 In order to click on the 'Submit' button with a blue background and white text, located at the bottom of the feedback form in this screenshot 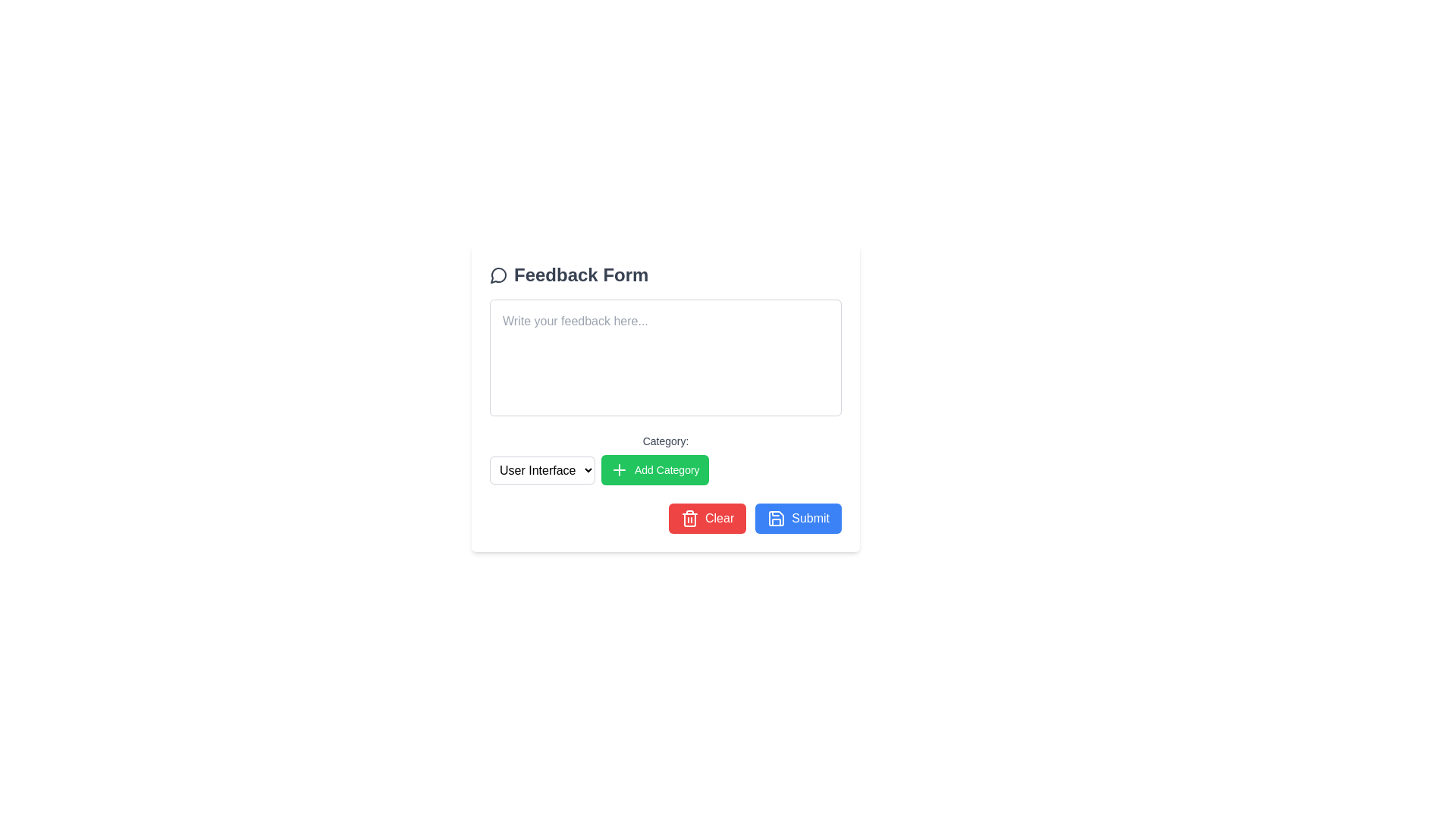, I will do `click(798, 517)`.